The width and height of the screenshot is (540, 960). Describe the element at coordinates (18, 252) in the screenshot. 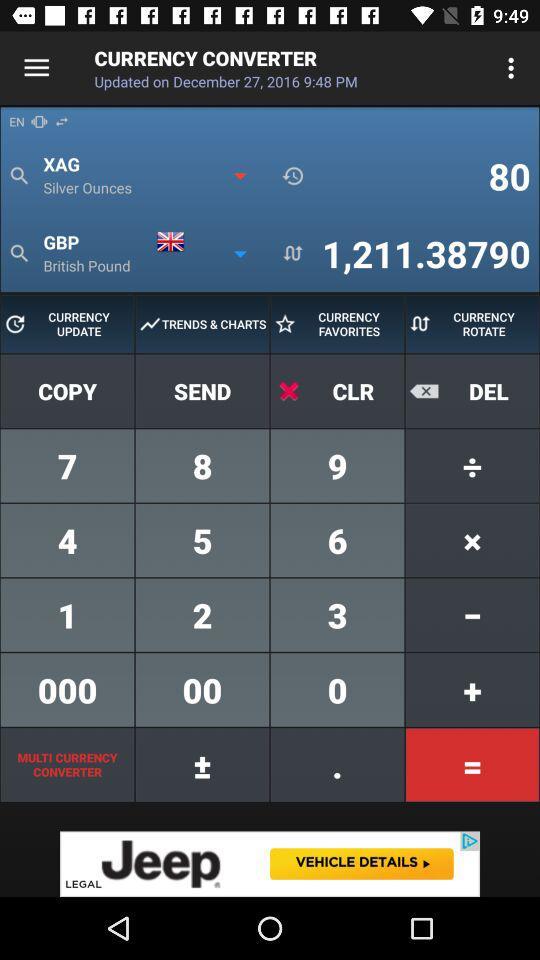

I see `the search icon` at that location.